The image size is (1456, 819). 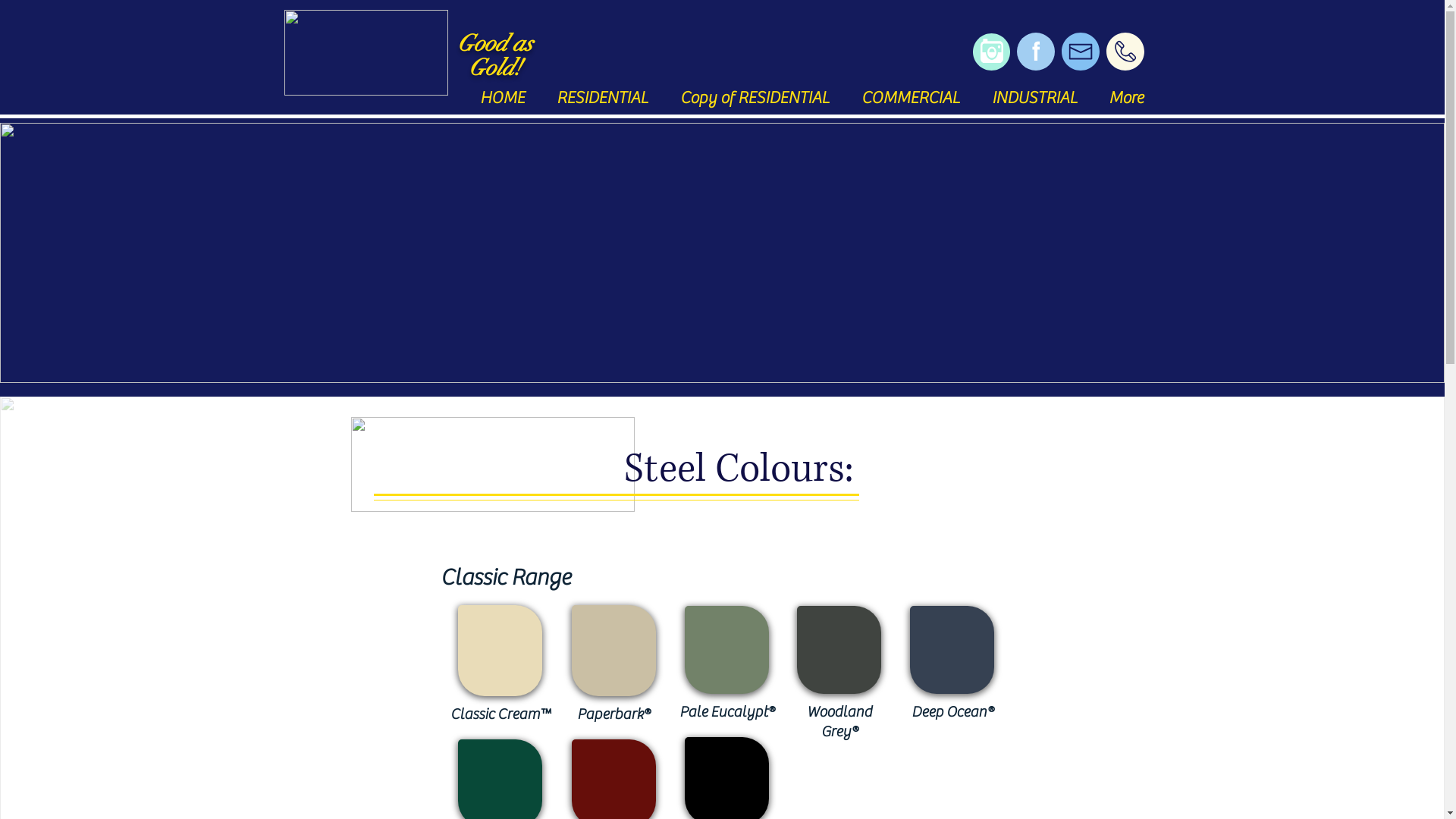 What do you see at coordinates (1034, 51) in the screenshot?
I see `'f'` at bounding box center [1034, 51].